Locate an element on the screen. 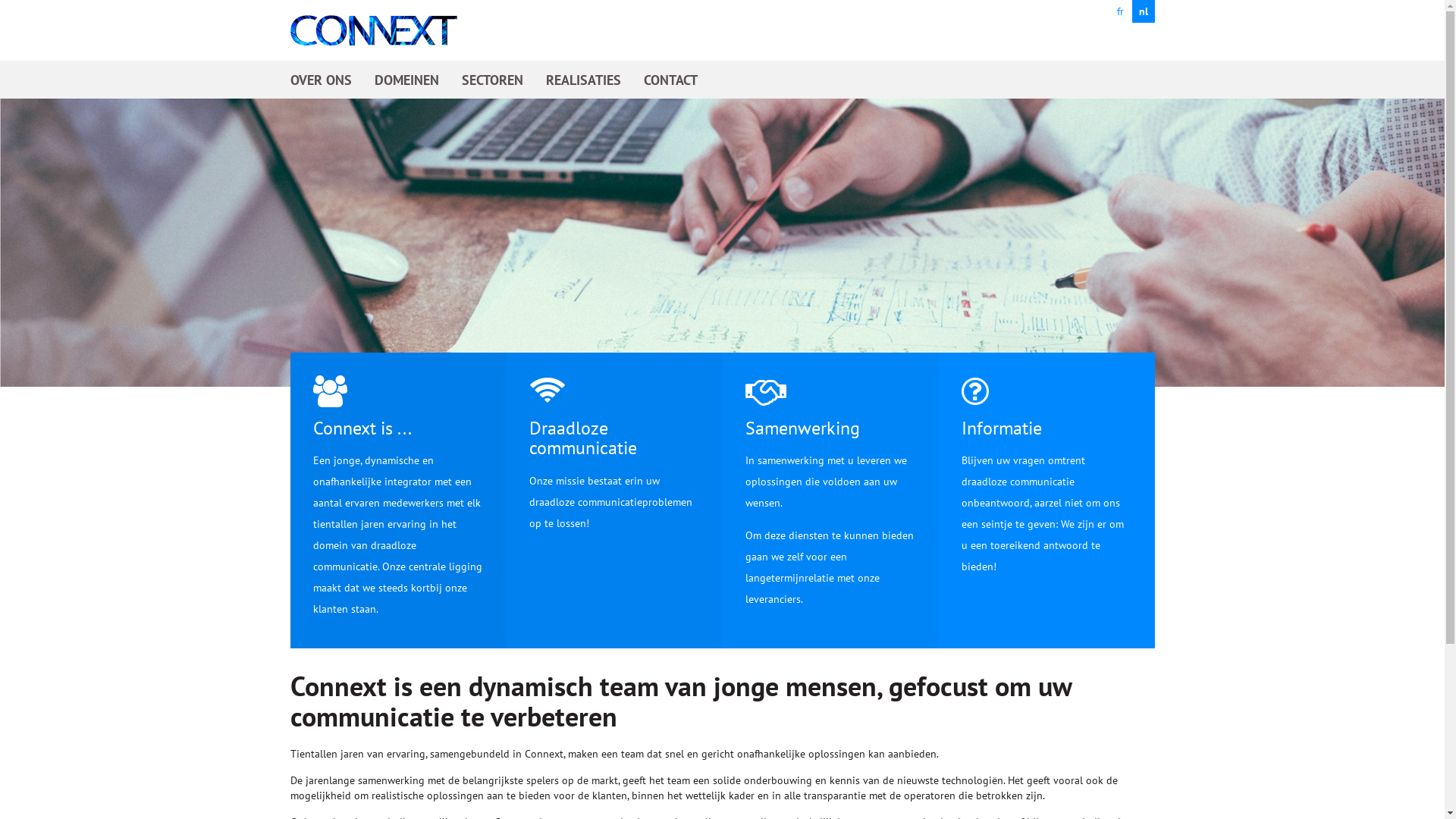  'OVER ONS' is located at coordinates (319, 79).